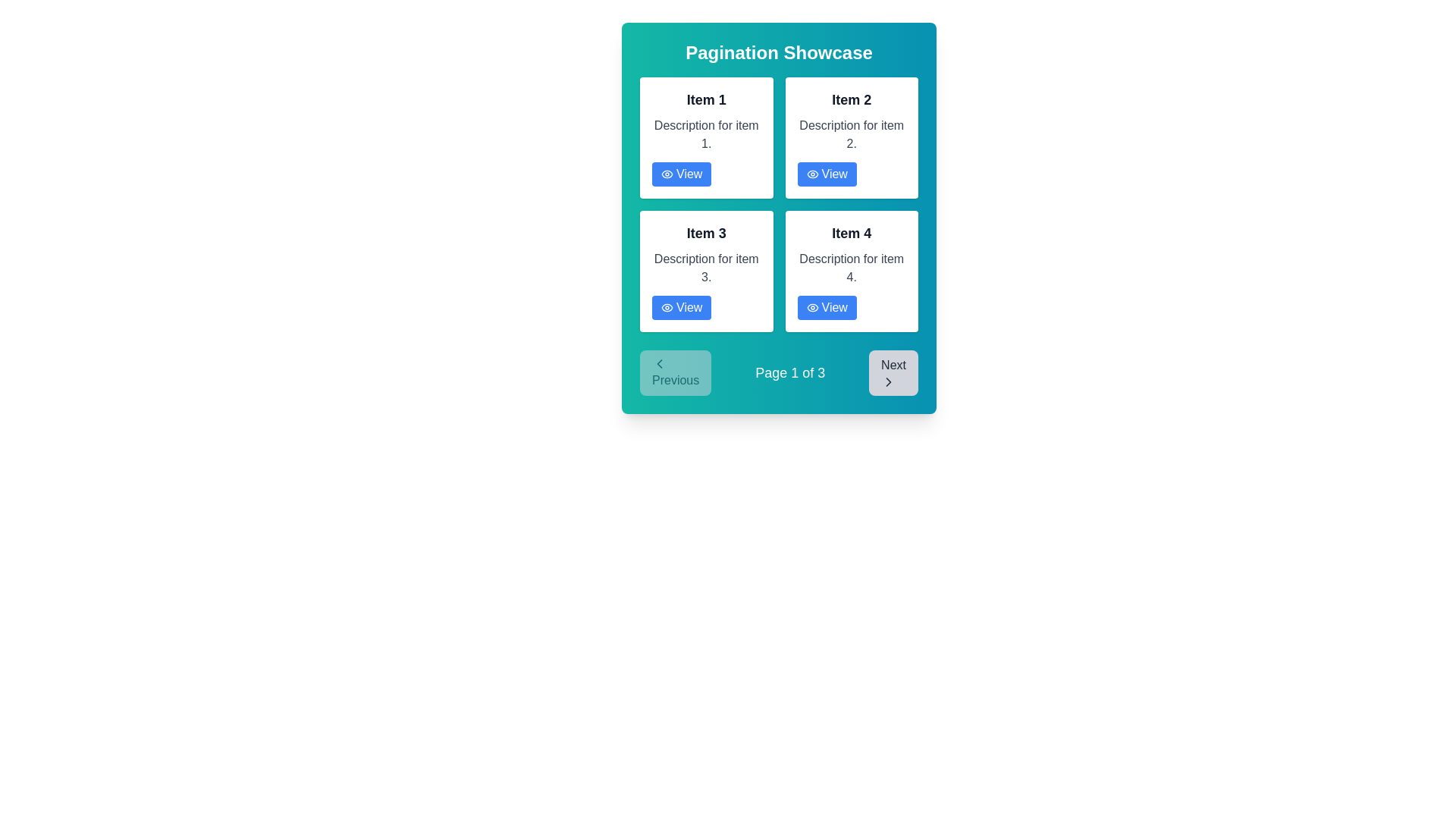 Image resolution: width=1456 pixels, height=819 pixels. What do you see at coordinates (811, 307) in the screenshot?
I see `the eye-shaped vector icon situated on the 'View' button, which has white text on a blue background, located at the bottom-right corner of the 'Item 4' card in the grid layout of the 'Pagination Showcase'` at bounding box center [811, 307].